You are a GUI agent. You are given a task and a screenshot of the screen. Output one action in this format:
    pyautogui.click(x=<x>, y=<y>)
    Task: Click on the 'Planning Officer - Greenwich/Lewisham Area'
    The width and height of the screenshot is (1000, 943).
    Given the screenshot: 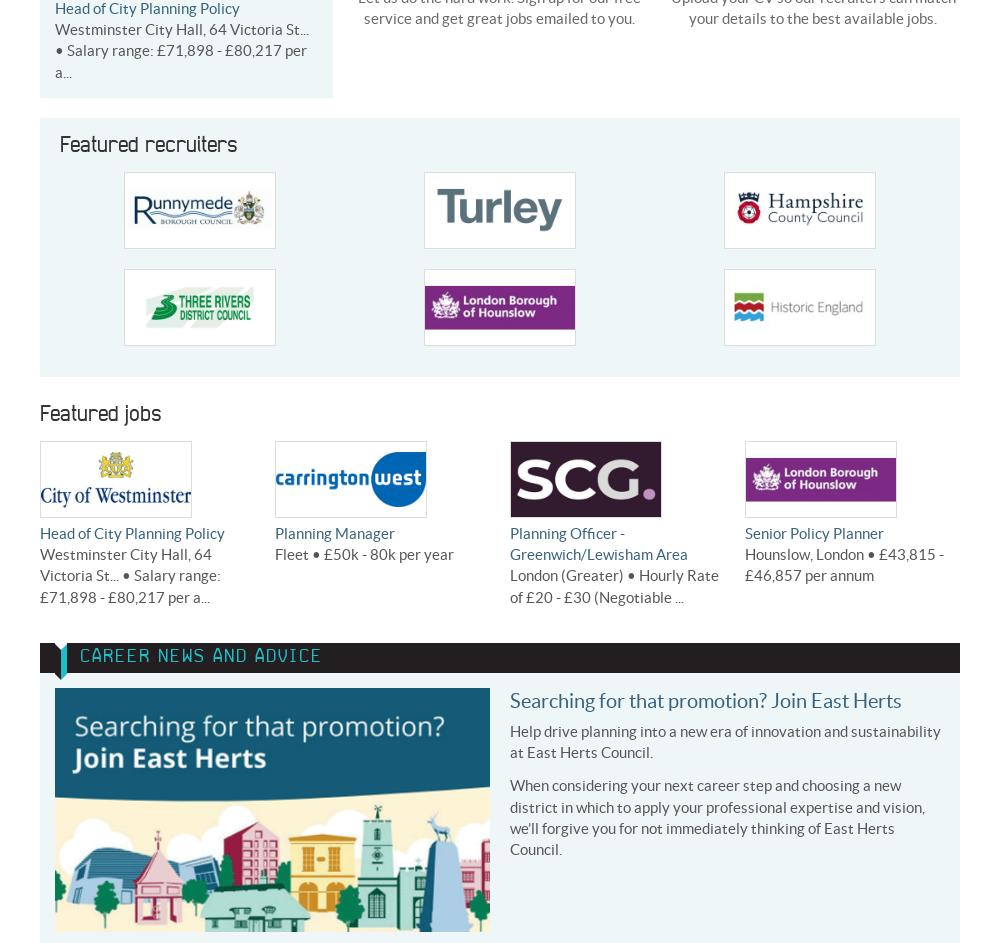 What is the action you would take?
    pyautogui.click(x=598, y=543)
    